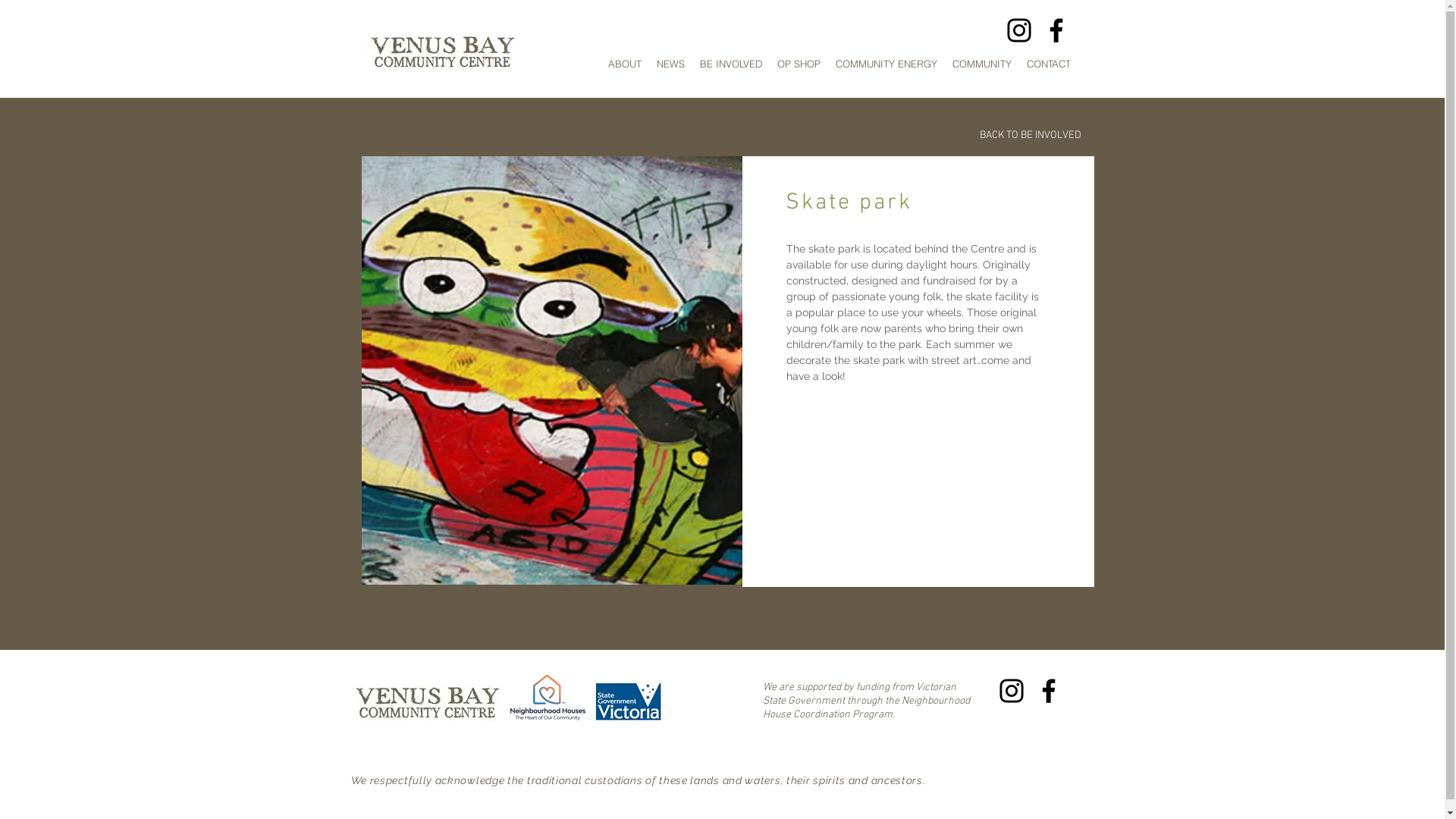 The width and height of the screenshot is (1456, 819). What do you see at coordinates (1047, 63) in the screenshot?
I see `'CONTACT'` at bounding box center [1047, 63].